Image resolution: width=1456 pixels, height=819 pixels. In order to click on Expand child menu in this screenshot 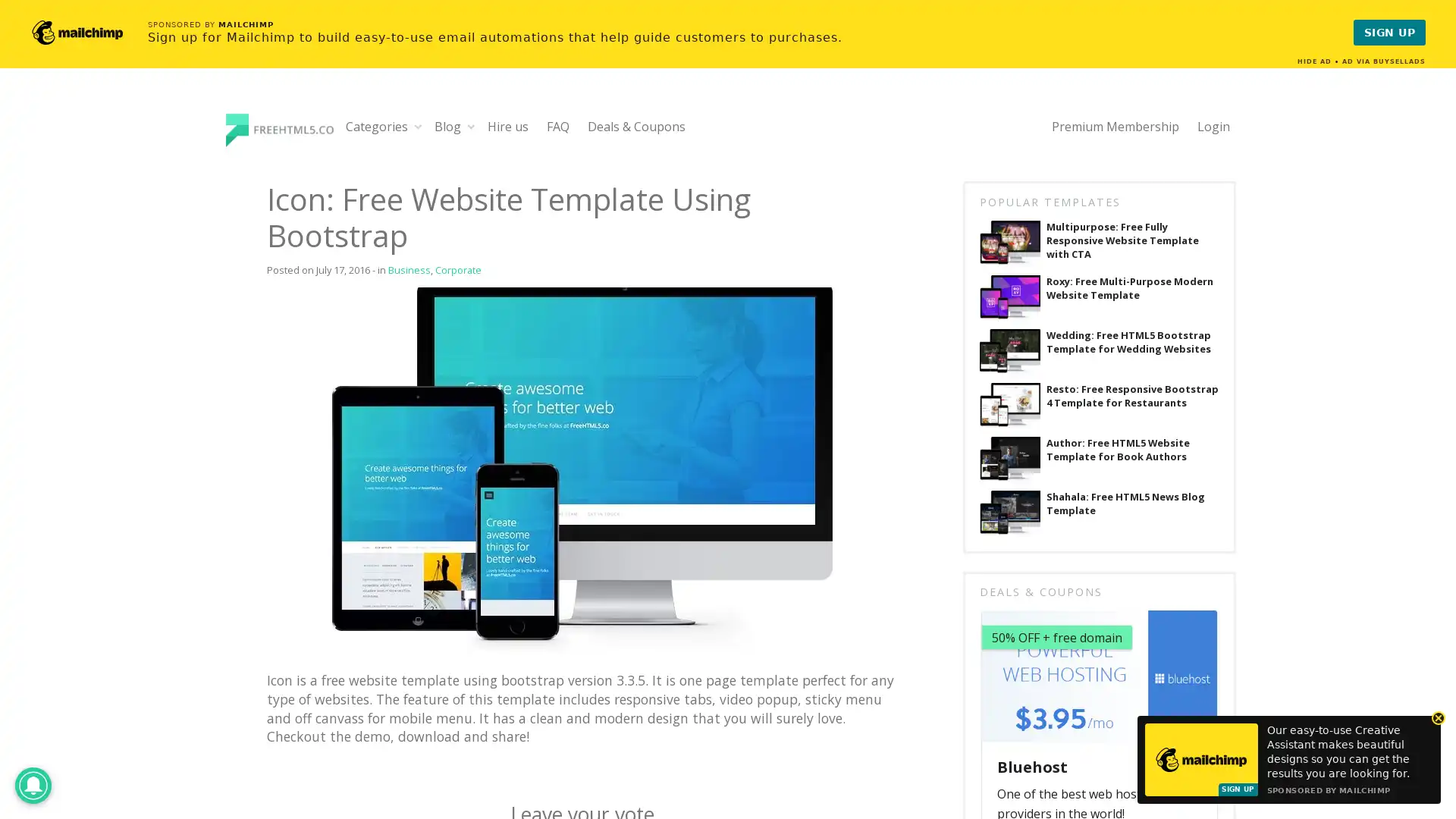, I will do `click(470, 125)`.